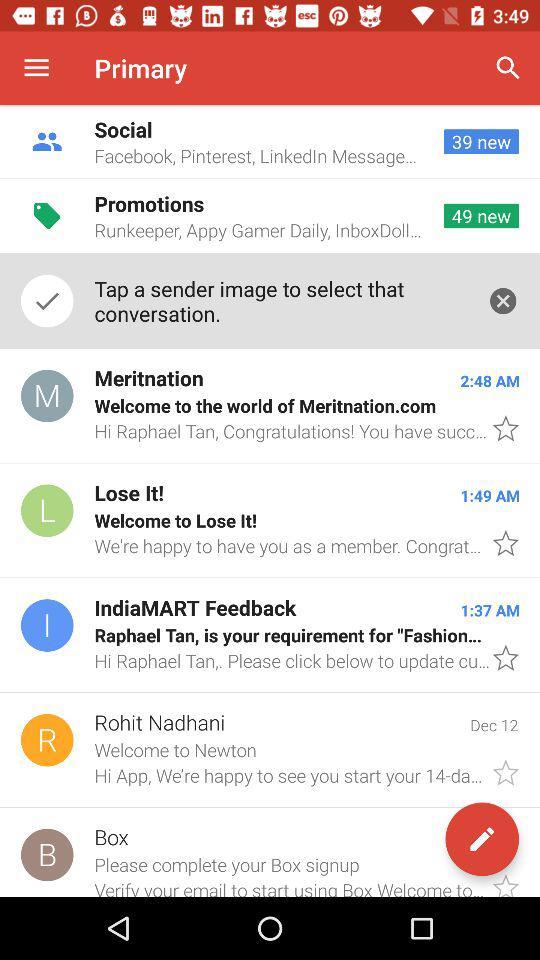  Describe the element at coordinates (508, 68) in the screenshot. I see `icon to the right of primary` at that location.